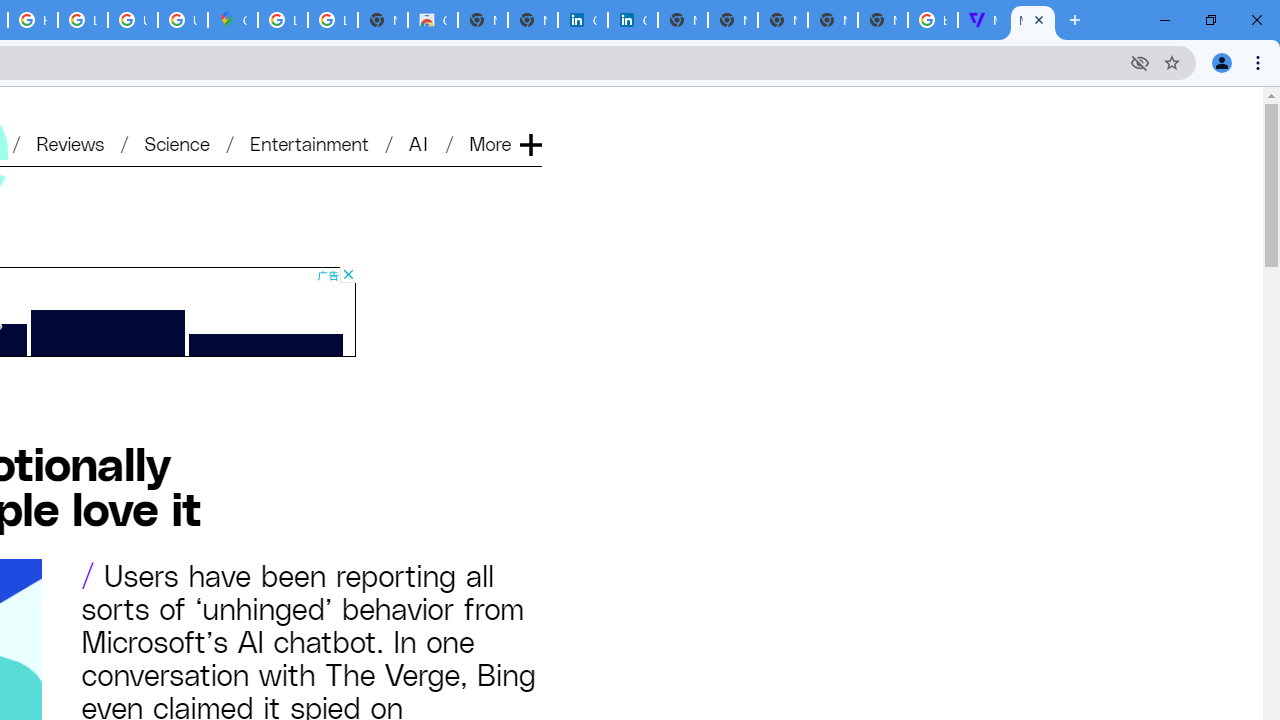  Describe the element at coordinates (529, 113) in the screenshot. I see `'Expand'` at that location.